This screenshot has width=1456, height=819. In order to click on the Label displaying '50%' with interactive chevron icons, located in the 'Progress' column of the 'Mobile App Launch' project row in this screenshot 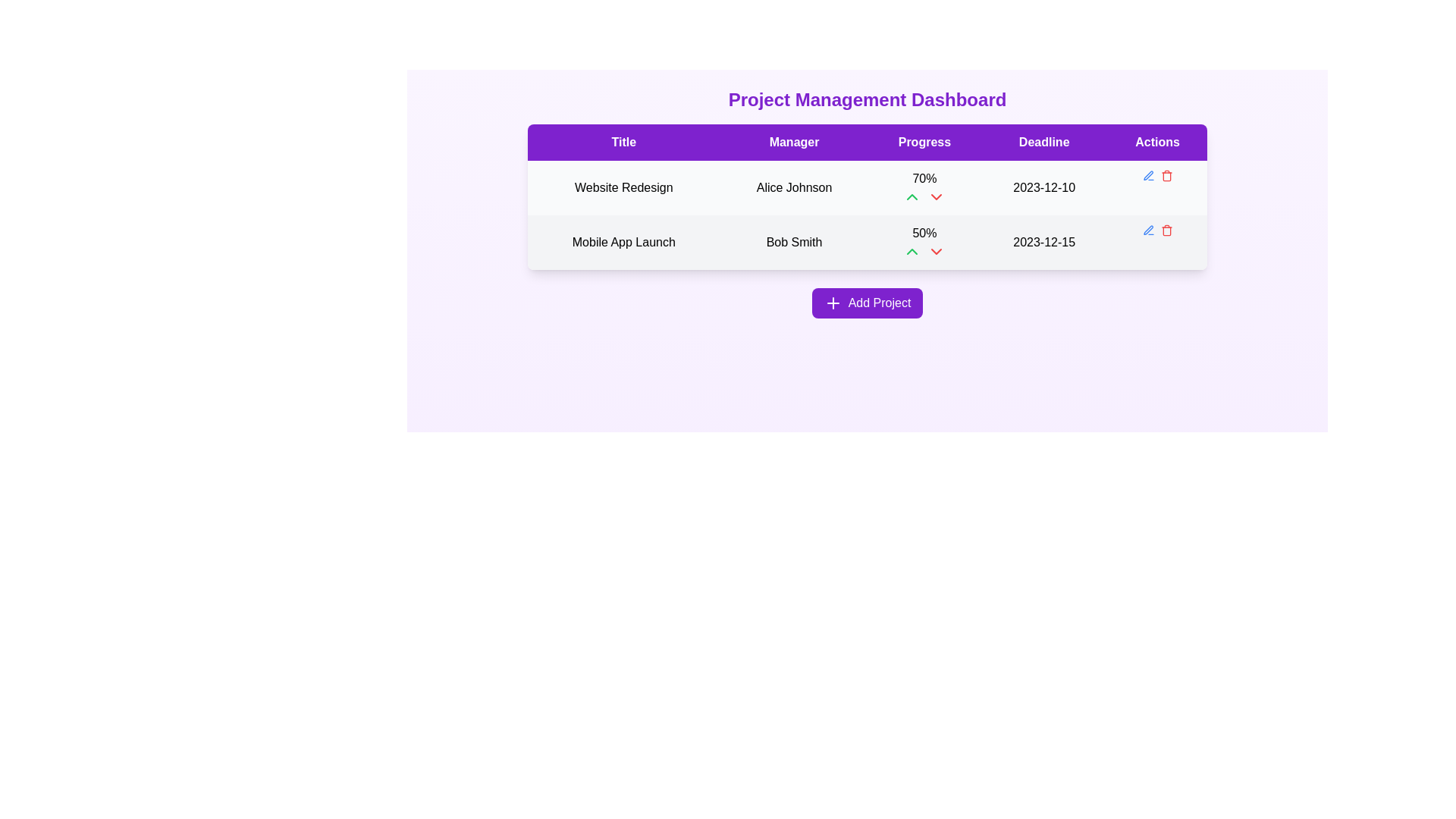, I will do `click(924, 242)`.